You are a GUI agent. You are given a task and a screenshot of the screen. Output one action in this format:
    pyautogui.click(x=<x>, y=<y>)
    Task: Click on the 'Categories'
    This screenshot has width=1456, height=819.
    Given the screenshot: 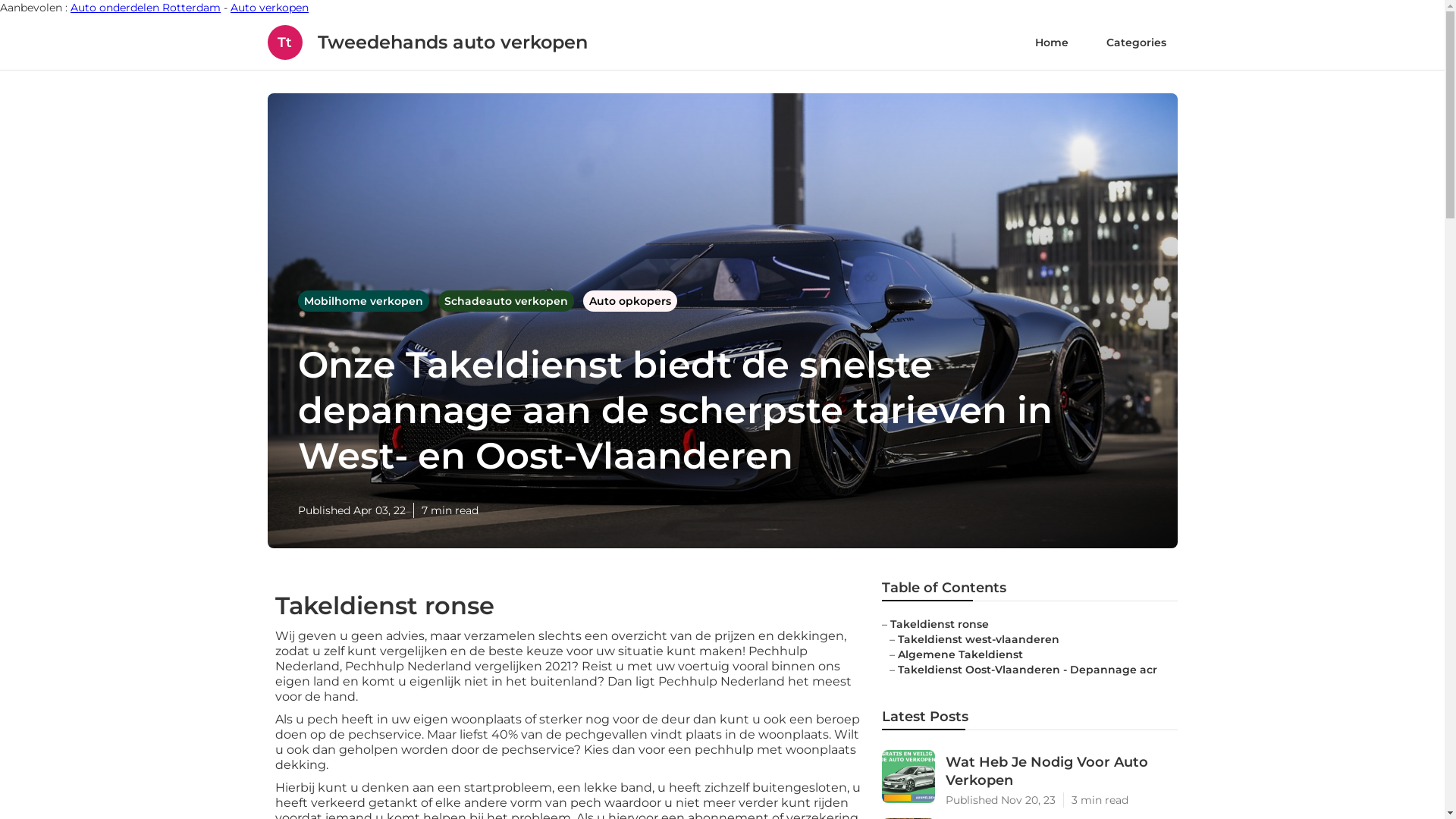 What is the action you would take?
    pyautogui.click(x=1136, y=42)
    